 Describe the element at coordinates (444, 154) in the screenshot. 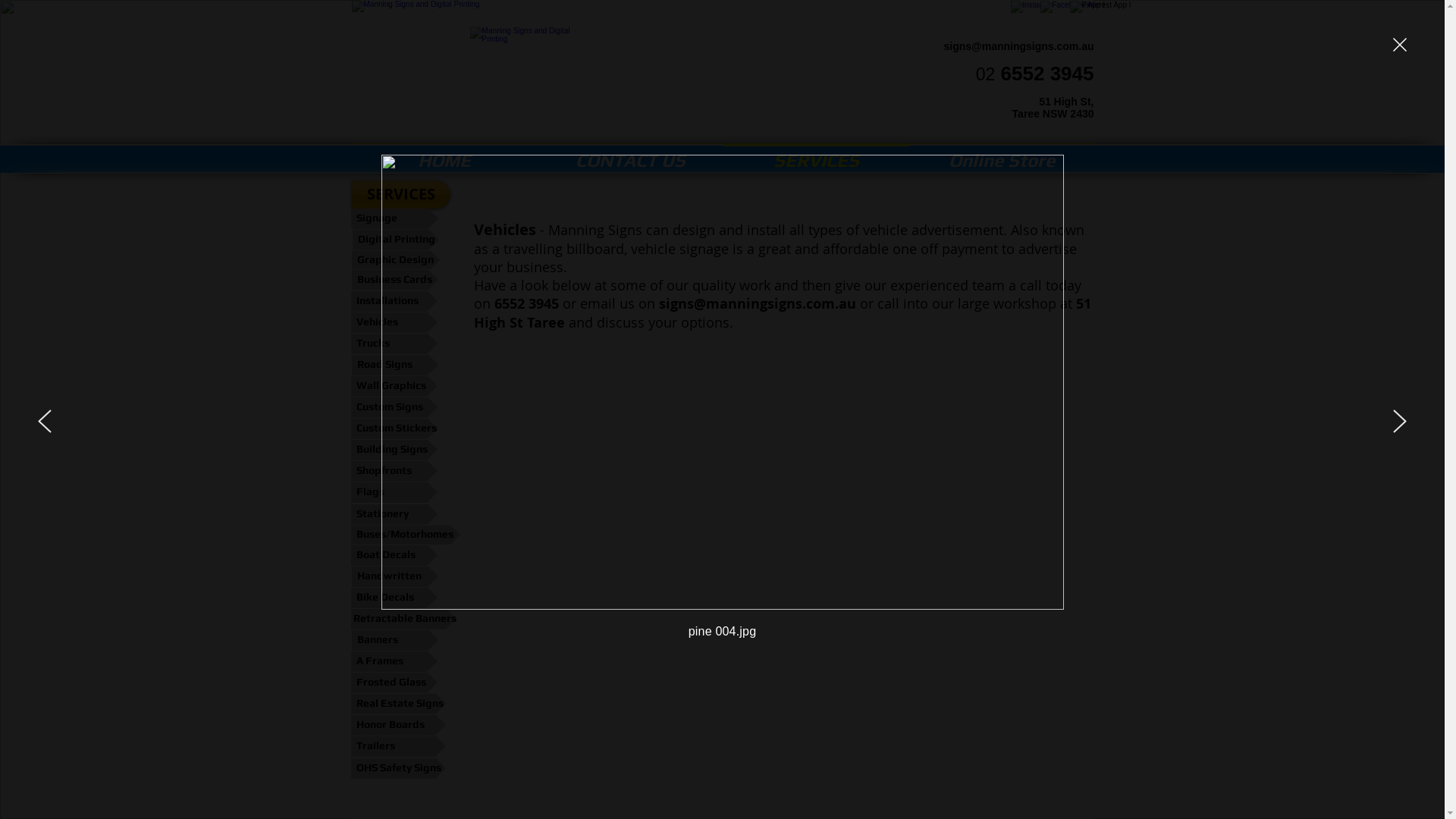

I see `'HOME'` at that location.